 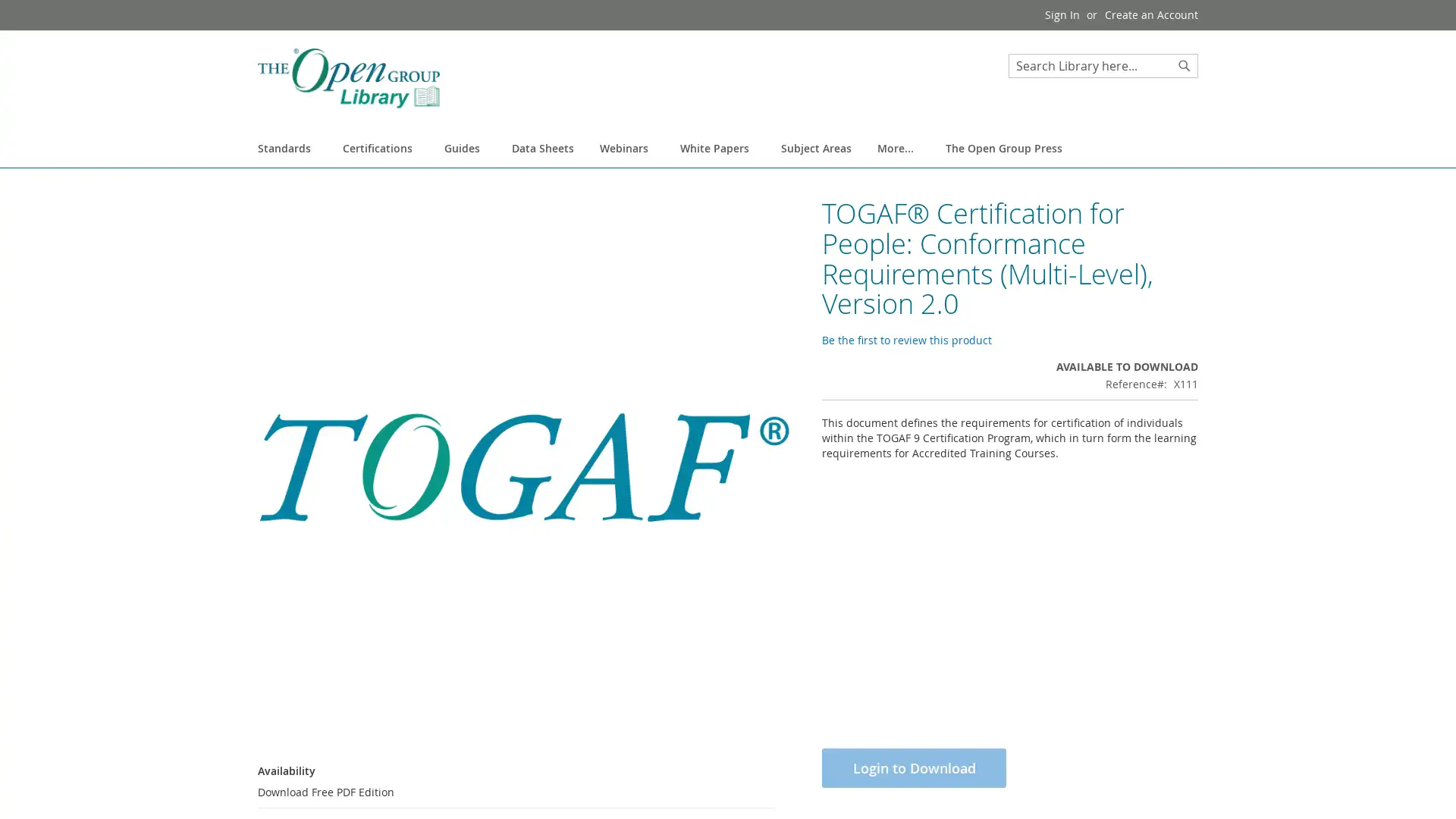 What do you see at coordinates (1183, 65) in the screenshot?
I see `Search` at bounding box center [1183, 65].